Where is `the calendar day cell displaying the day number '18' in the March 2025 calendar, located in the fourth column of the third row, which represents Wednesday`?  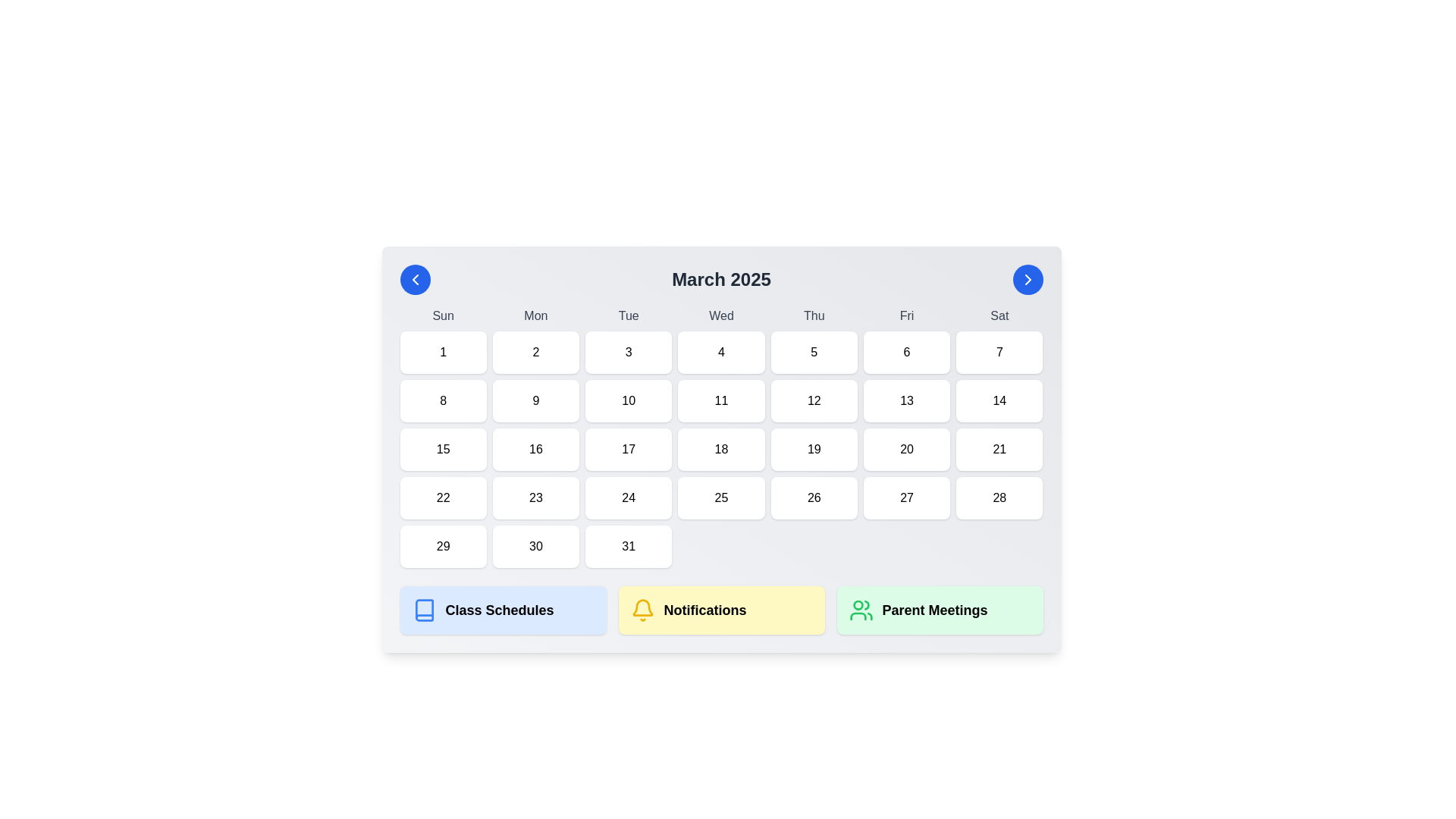
the calendar day cell displaying the day number '18' in the March 2025 calendar, located in the fourth column of the third row, which represents Wednesday is located at coordinates (720, 449).